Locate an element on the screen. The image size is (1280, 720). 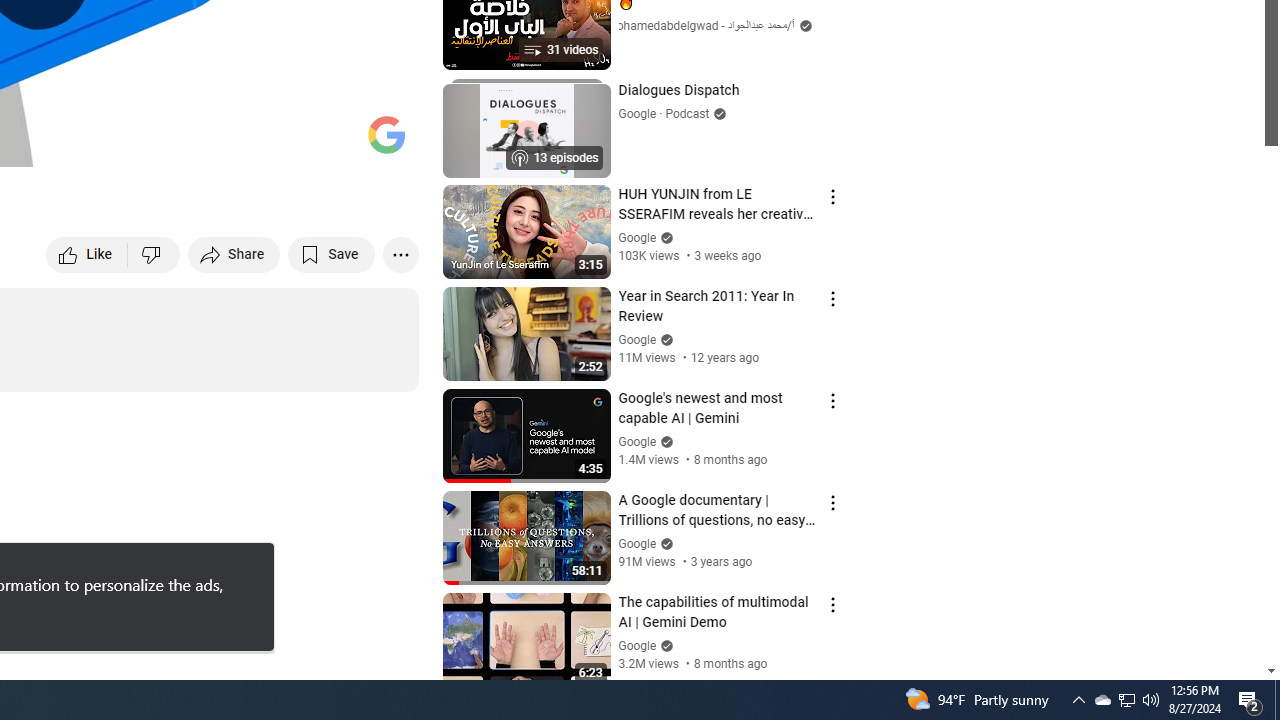
'Like' is located at coordinates (86, 253).